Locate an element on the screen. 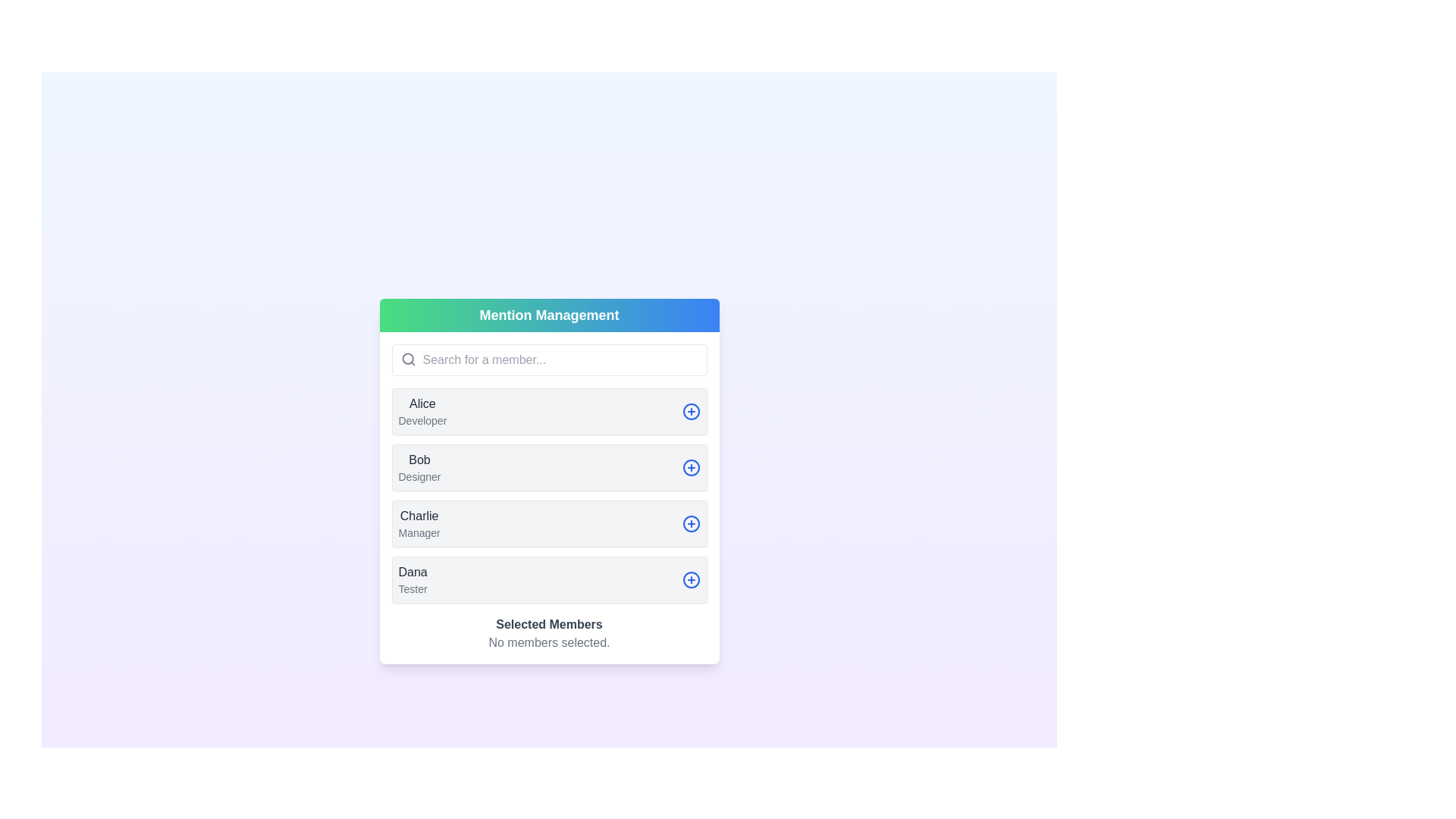 Image resolution: width=1456 pixels, height=819 pixels. the first user profile list item, which includes a plus sign for adding or selecting the profile is located at coordinates (548, 412).